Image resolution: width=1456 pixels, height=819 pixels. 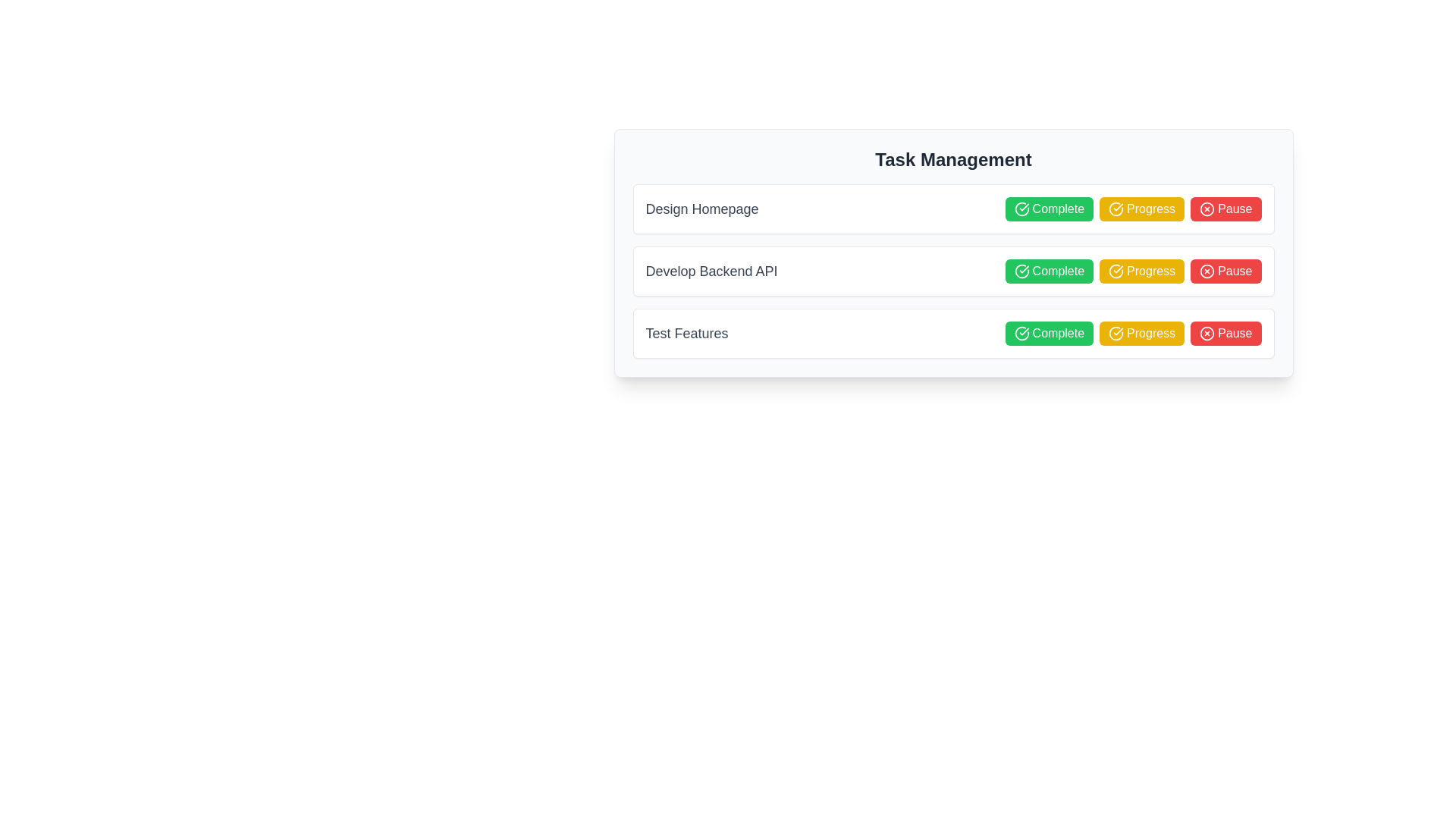 I want to click on the 'Progress' button, which is the middle button in a row of three buttons with a yellow background and white text in the task management interface, so click(x=1133, y=209).